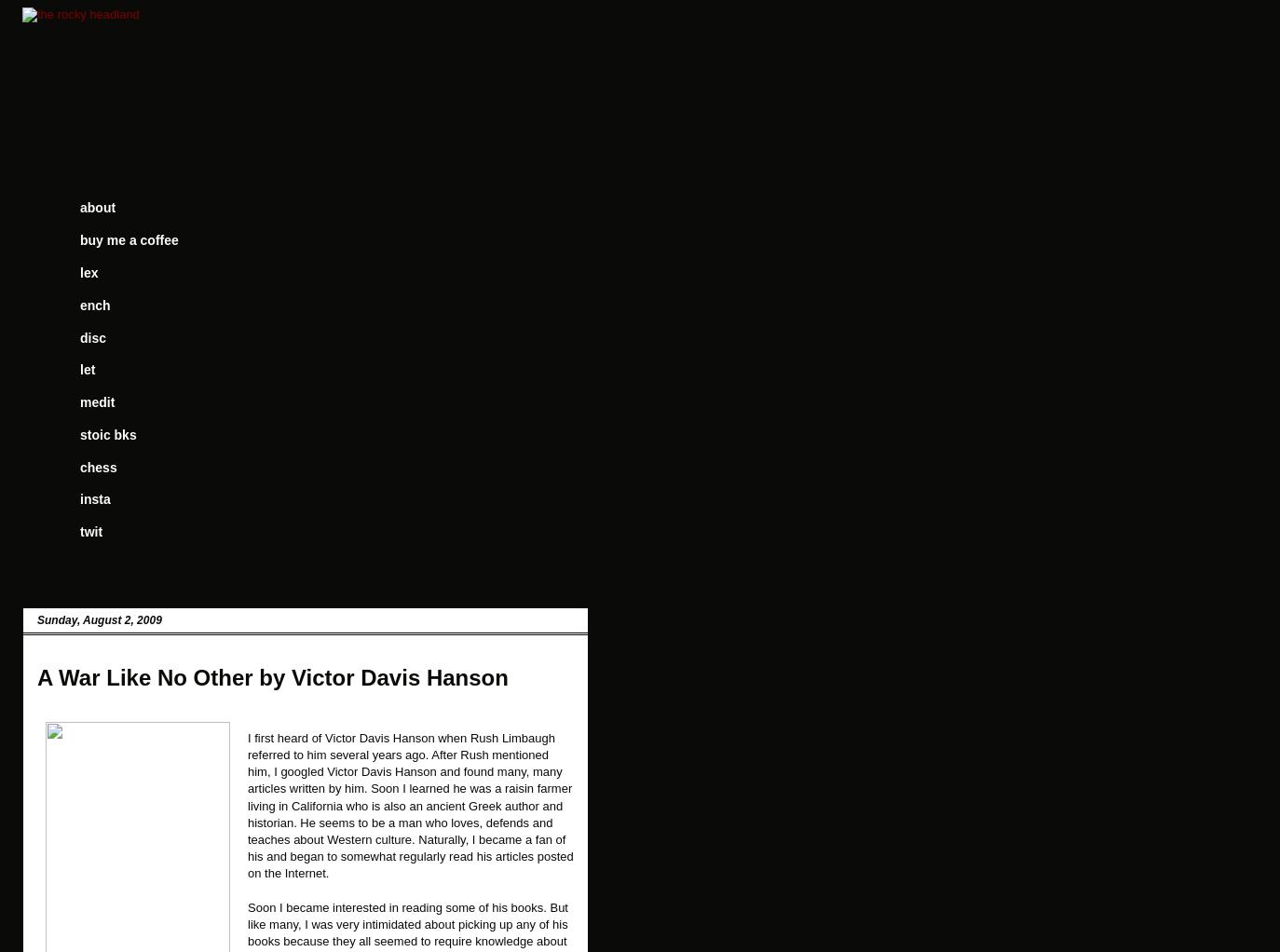 The width and height of the screenshot is (1280, 952). What do you see at coordinates (97, 466) in the screenshot?
I see `'chess'` at bounding box center [97, 466].